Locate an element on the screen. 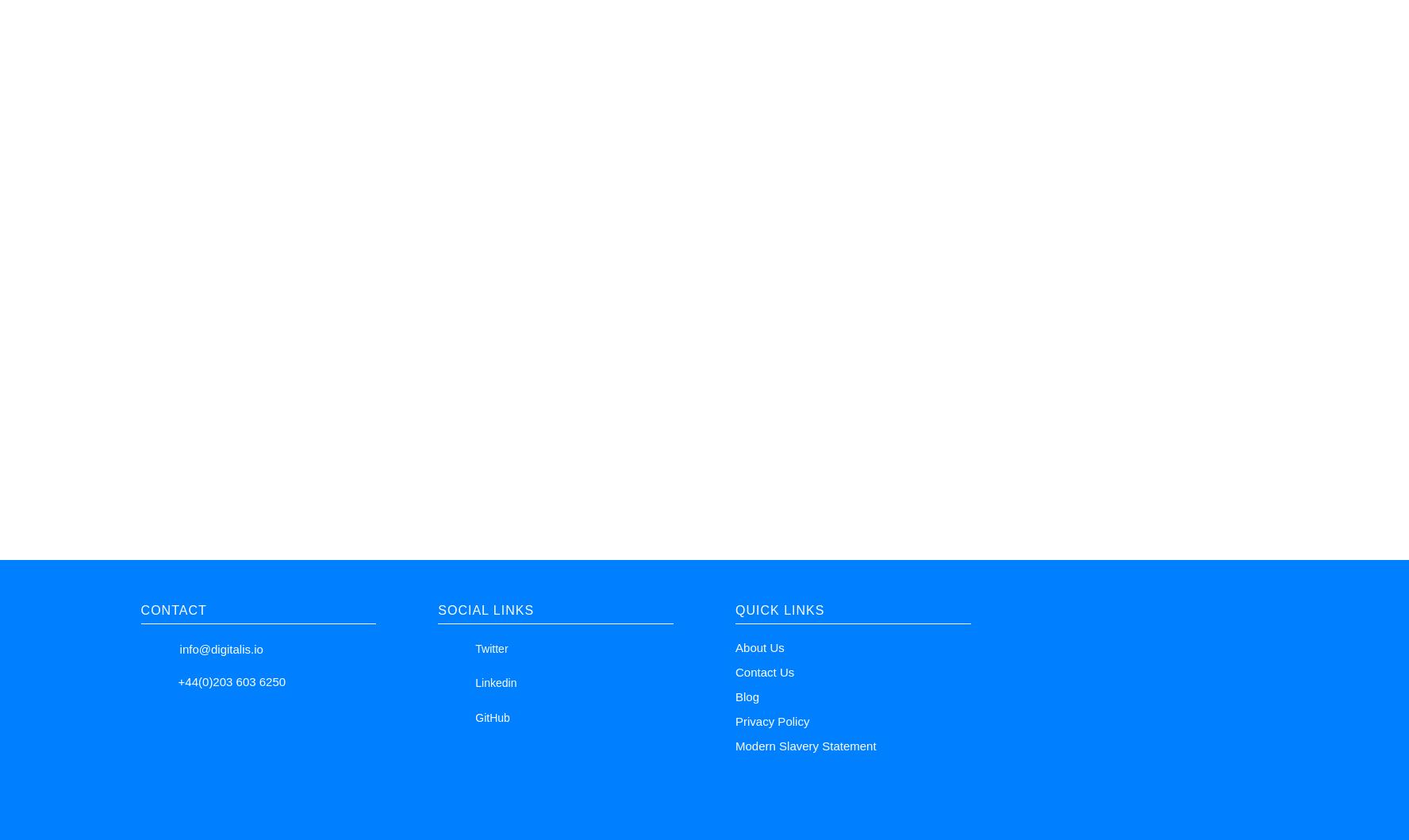  'SOCIAL LINKS' is located at coordinates (485, 608).